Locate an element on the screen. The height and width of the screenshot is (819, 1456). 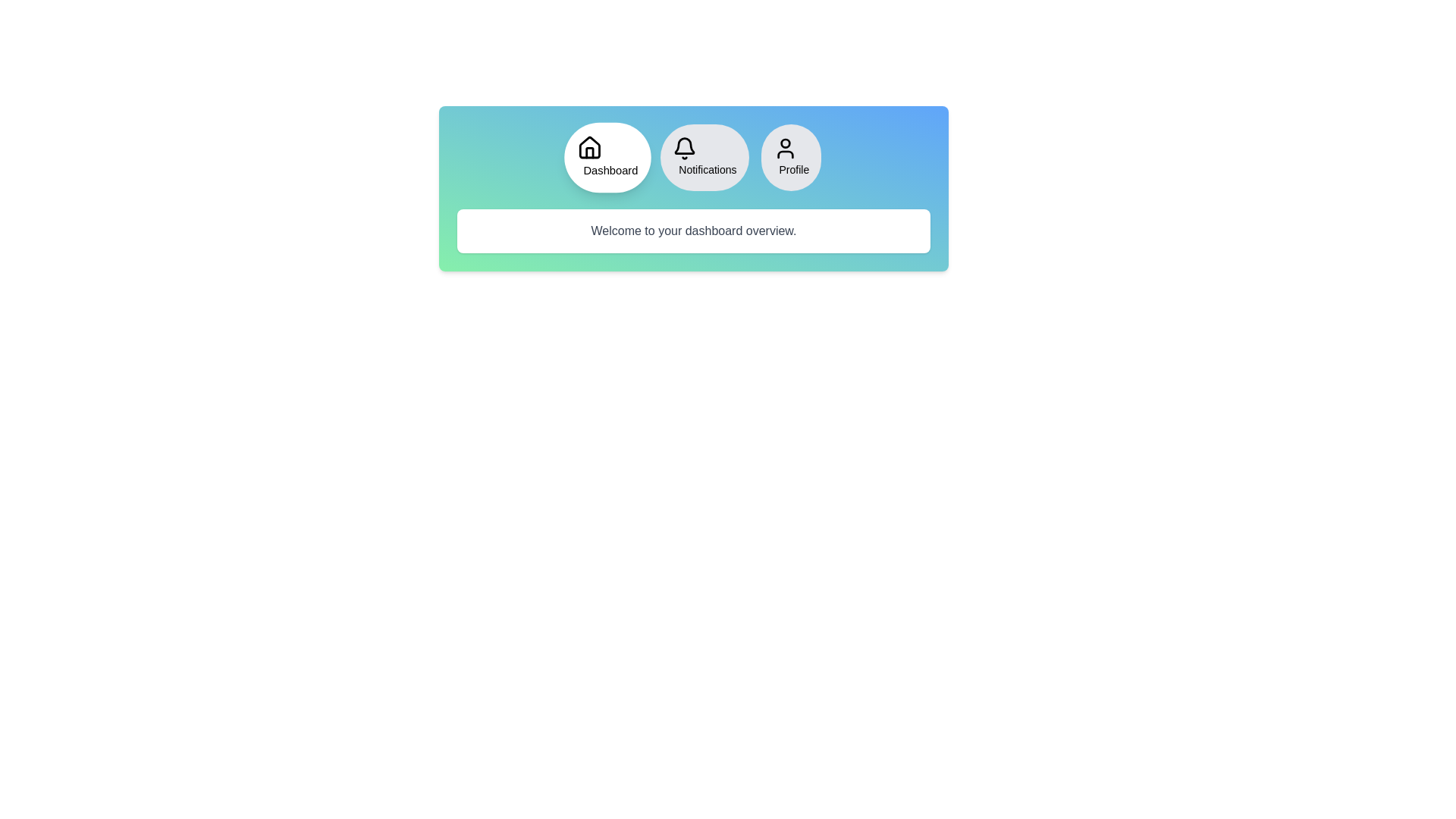
the Dashboard tab to switch to its content is located at coordinates (607, 158).